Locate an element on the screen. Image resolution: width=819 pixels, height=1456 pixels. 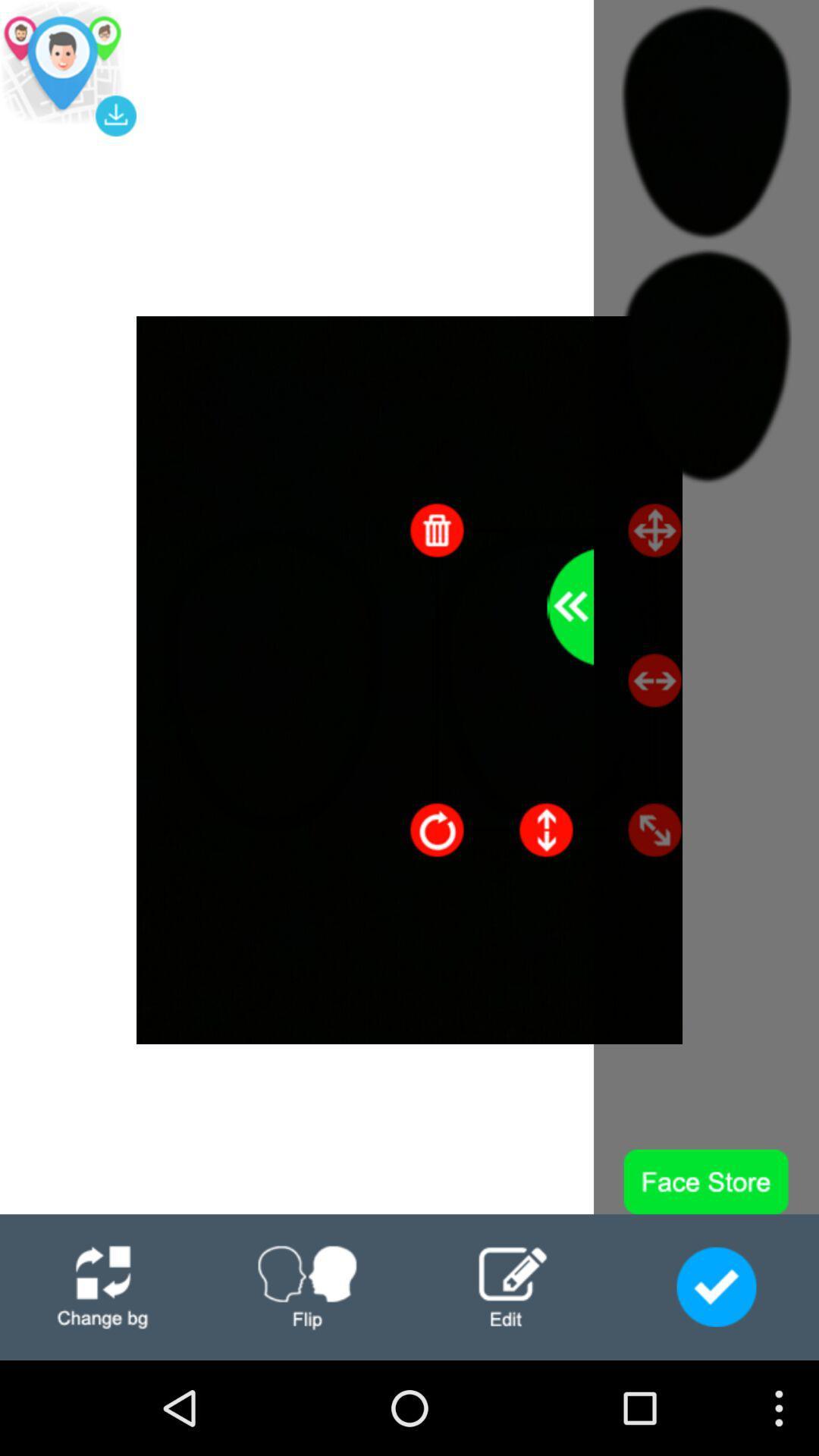
the location icon is located at coordinates (67, 72).